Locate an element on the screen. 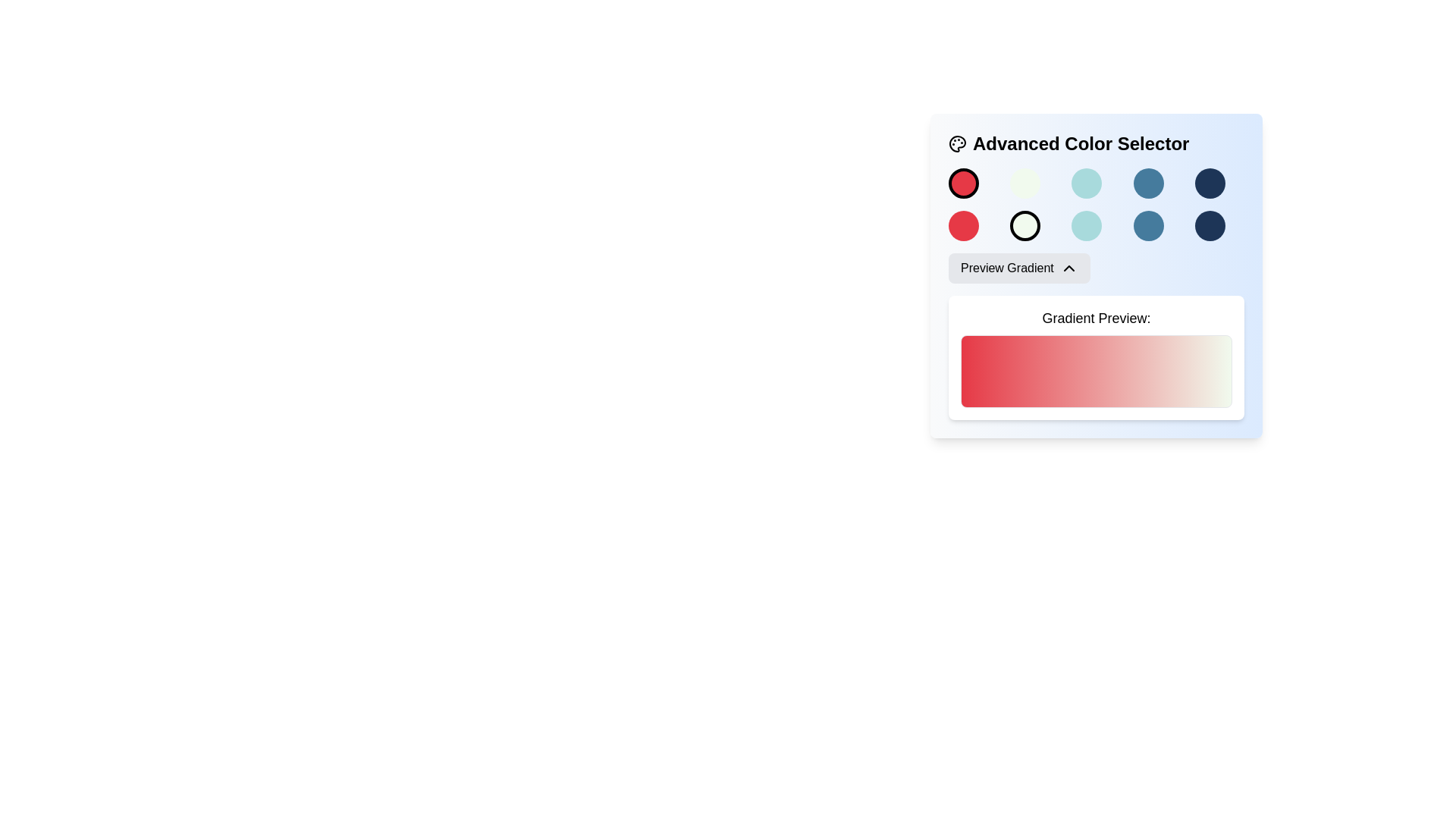 This screenshot has width=1456, height=819. the 'Preview Gradient' button, which is a rectangular button with rounded corners, light gray background, and contains the text 'Preview Gradient' and a downwards pointing arrow icon is located at coordinates (1019, 268).